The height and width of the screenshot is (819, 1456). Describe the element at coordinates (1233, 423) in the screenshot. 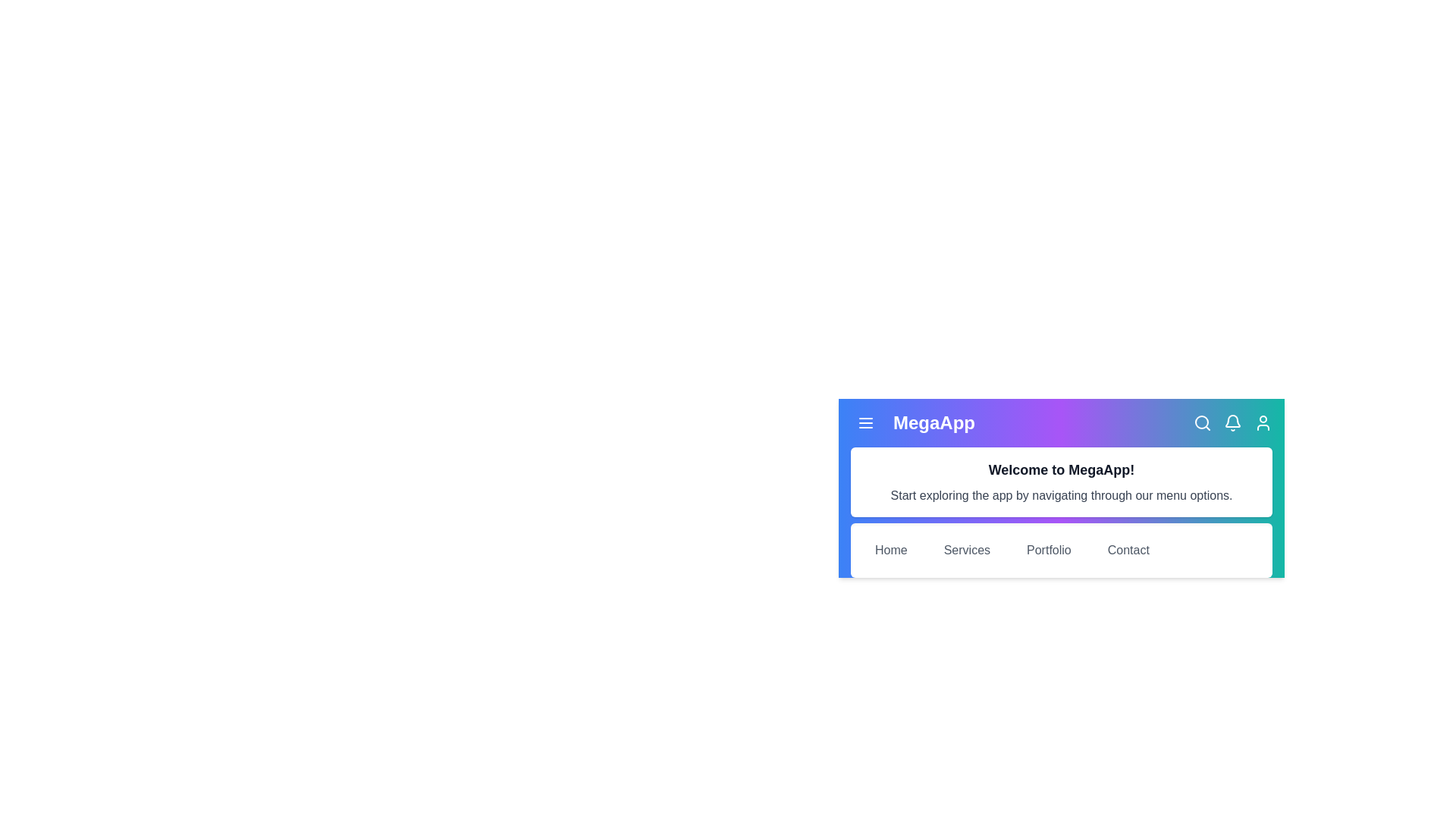

I see `the bell icon to view notifications` at that location.